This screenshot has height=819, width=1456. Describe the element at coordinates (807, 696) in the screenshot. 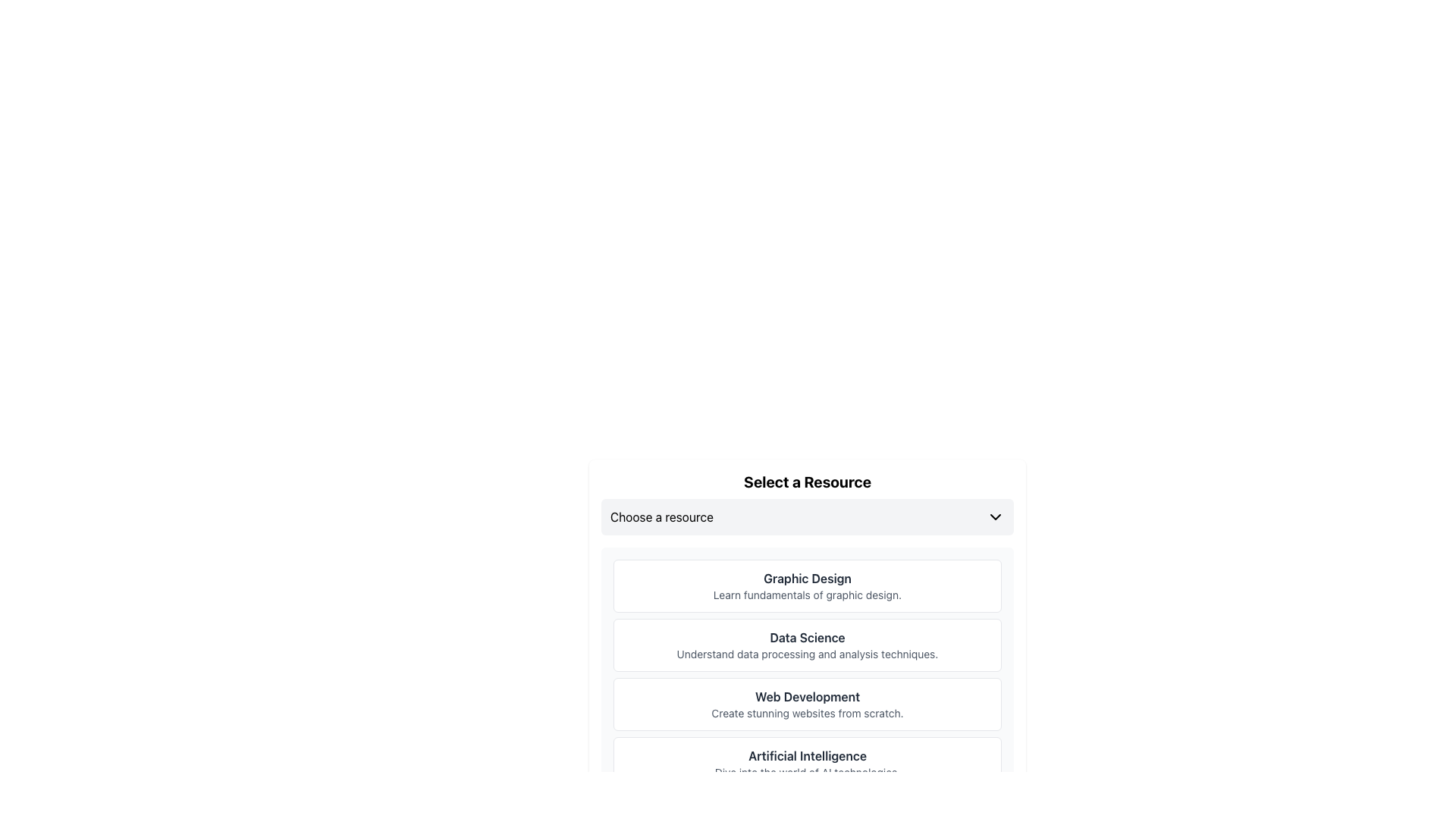

I see `'Web Development' text label, which is styled in bold dark gray and is prominently positioned as a title above a smaller descriptive text within a bordered rectangular section` at that location.